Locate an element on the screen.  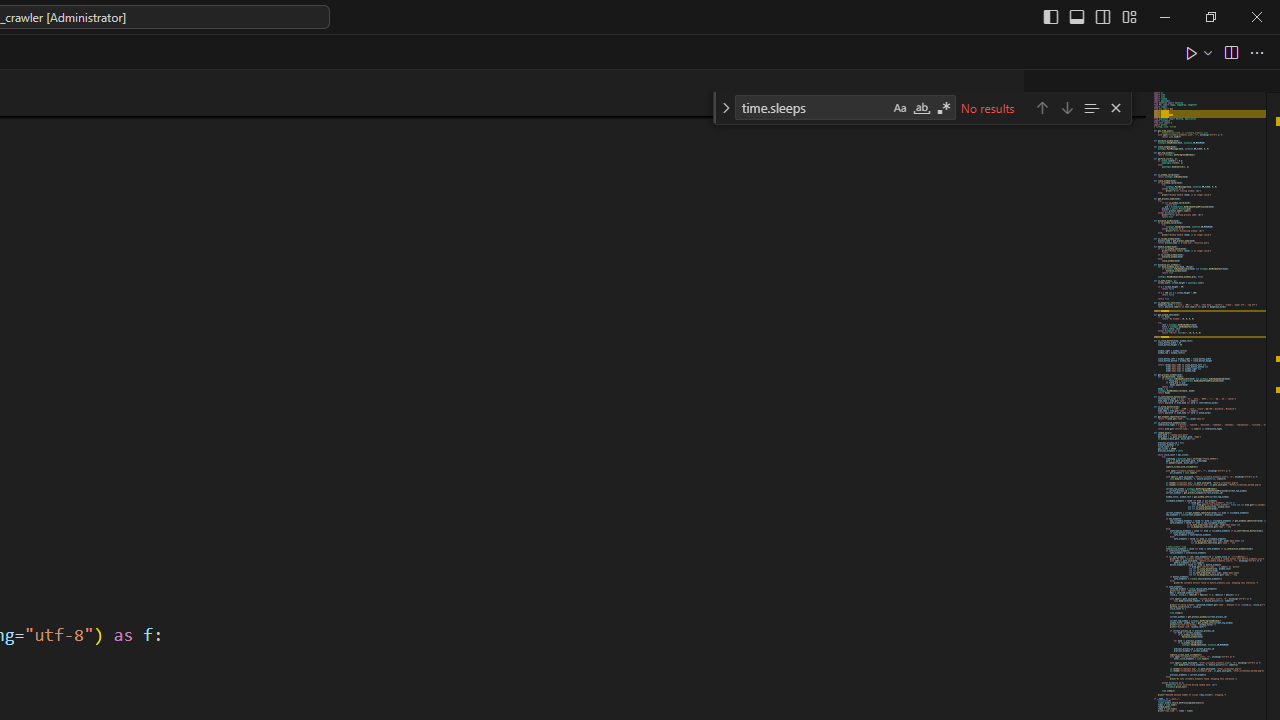
'Toggle Primary Side Bar (Ctrl+B)' is located at coordinates (1049, 16).